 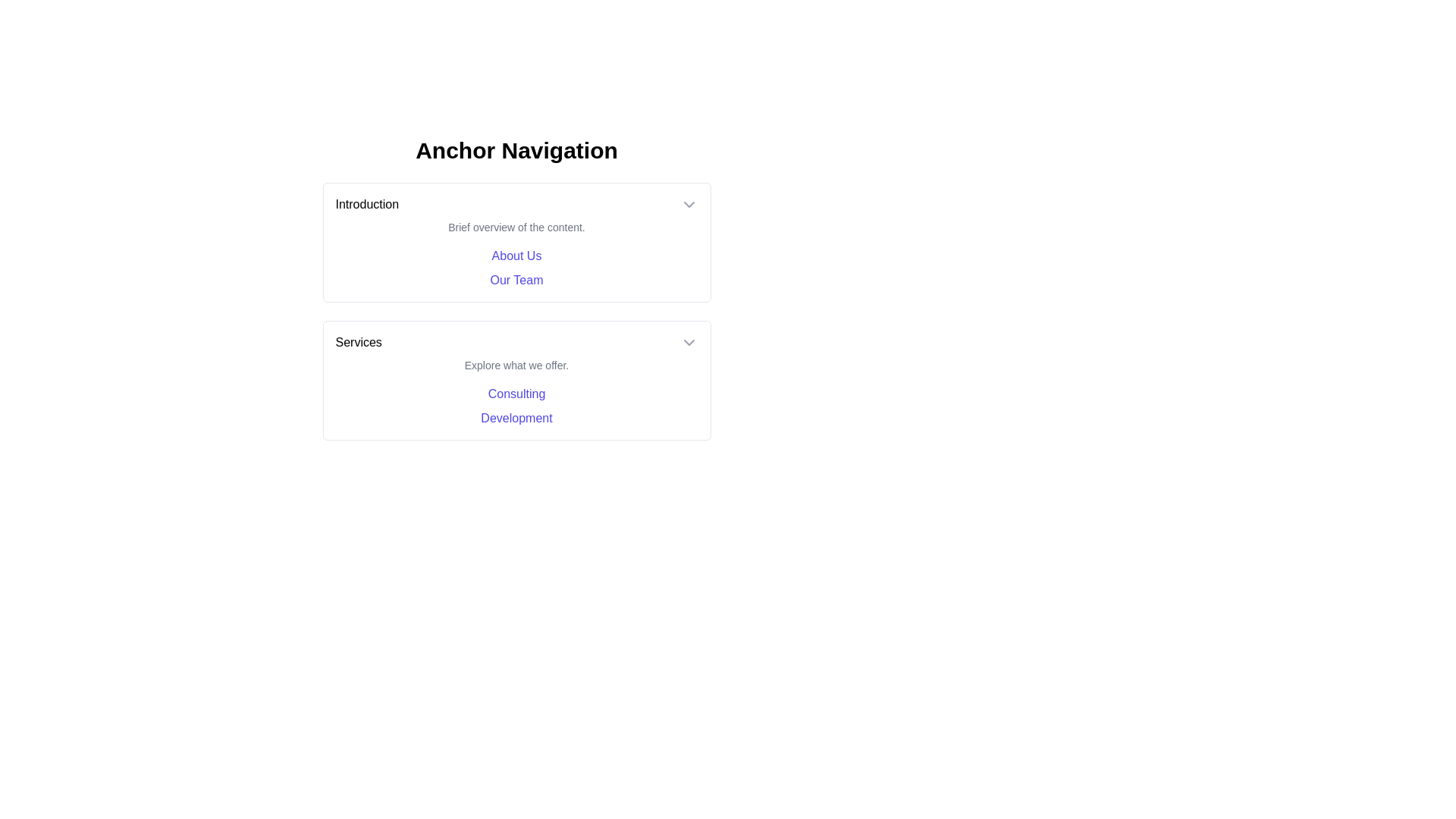 What do you see at coordinates (516, 366) in the screenshot?
I see `the label with the text 'Explore what we offer.' which is located under the 'Services' title and above the links 'Consulting' and 'Development'` at bounding box center [516, 366].